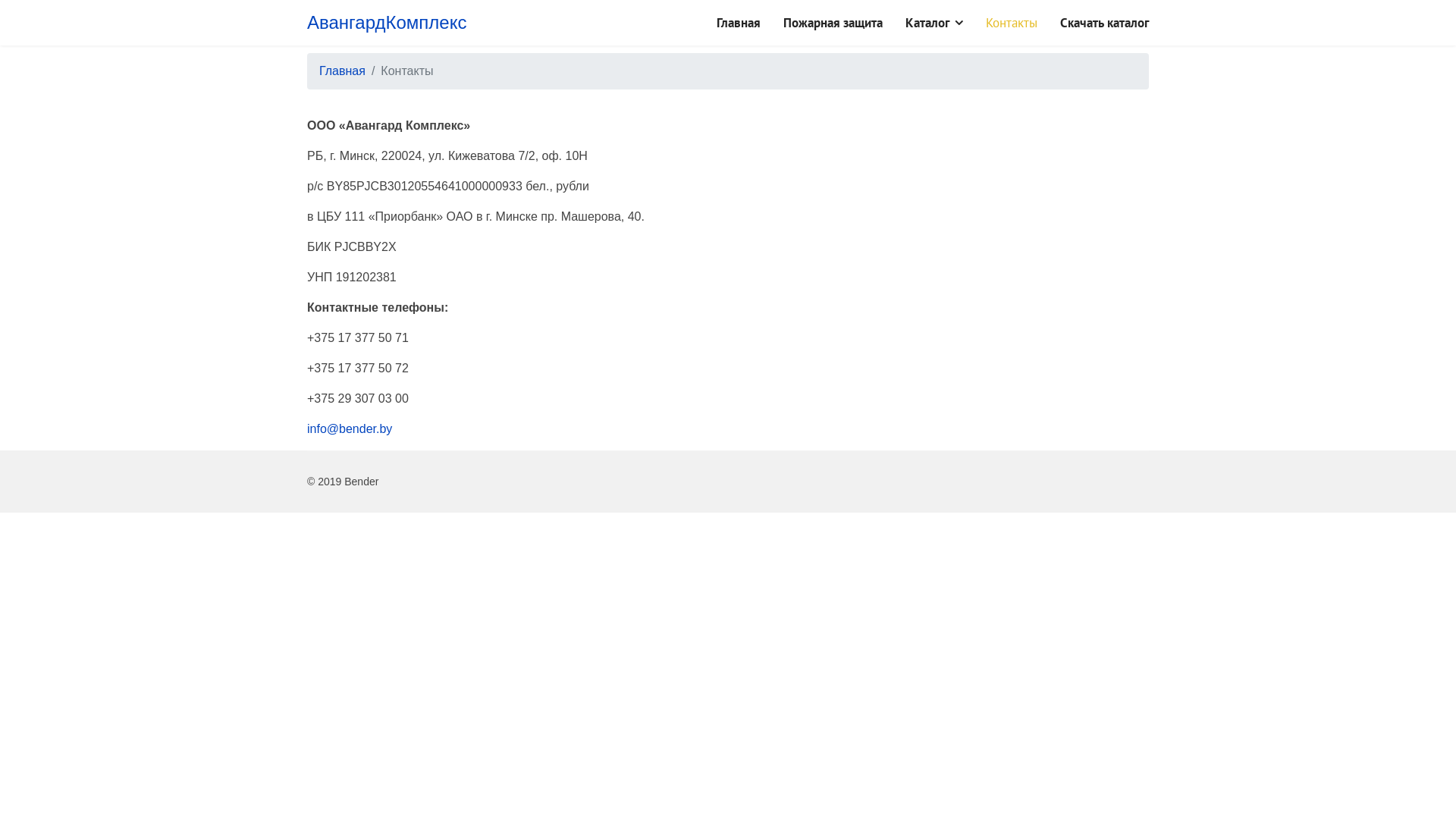 Image resolution: width=1456 pixels, height=819 pixels. Describe the element at coordinates (348, 428) in the screenshot. I see `'info@bender.by'` at that location.